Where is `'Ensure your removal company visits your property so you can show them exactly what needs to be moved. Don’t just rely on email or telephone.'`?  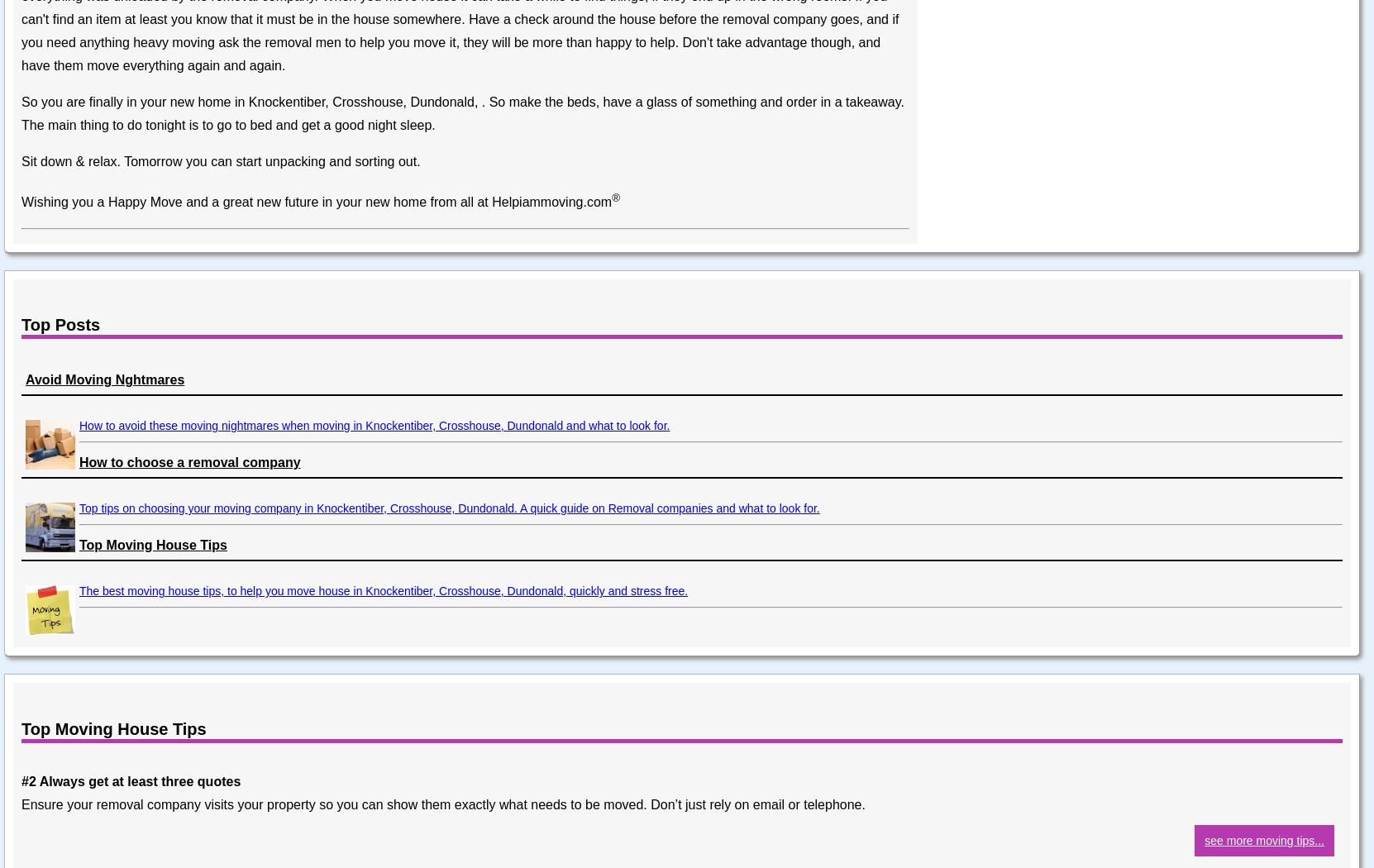
'Ensure your removal company visits your property so you can show them exactly what needs to be moved. Don’t just rely on email or telephone.' is located at coordinates (441, 804).